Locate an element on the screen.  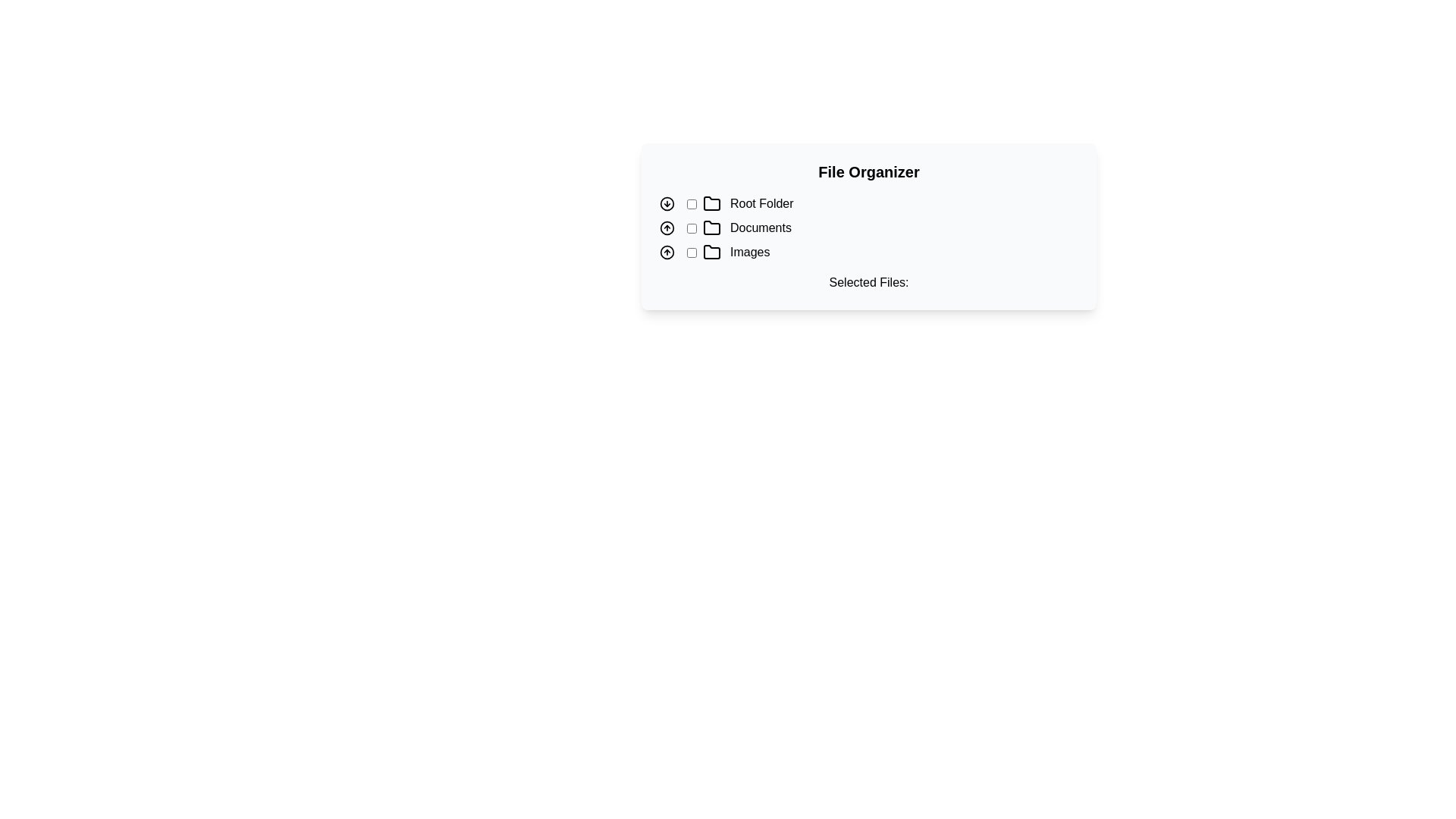
the decorative icon that is the third in a vertical list, located to the left of the 'Images' folder label in the 'File Organizer' interface is located at coordinates (667, 251).